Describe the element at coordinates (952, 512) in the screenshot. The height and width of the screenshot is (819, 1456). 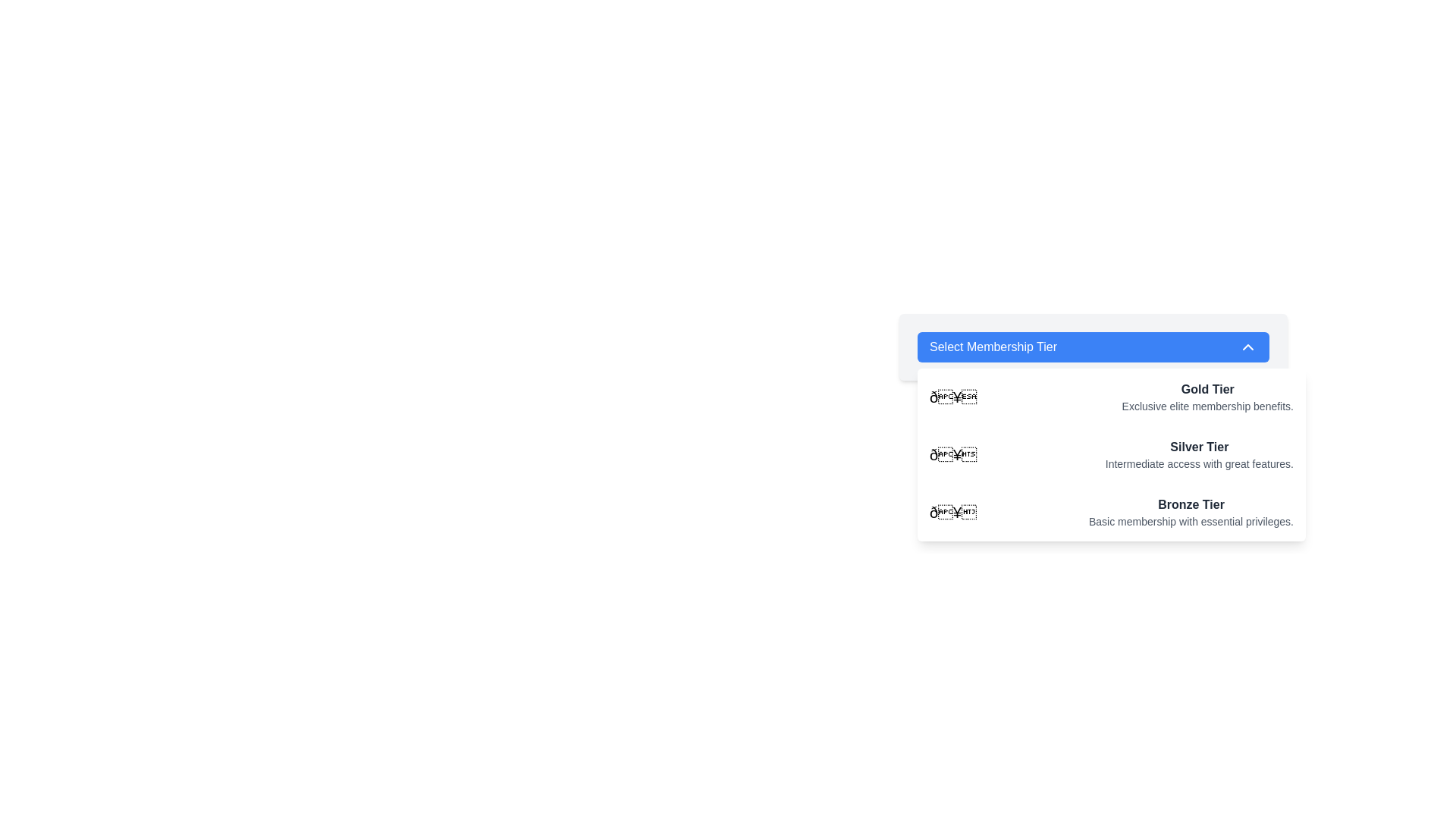
I see `the emoji symbol representing the 'Bronze Tier' membership, which is styled at a larger font size and located to the left of the text 'Bronze Tier.'` at that location.